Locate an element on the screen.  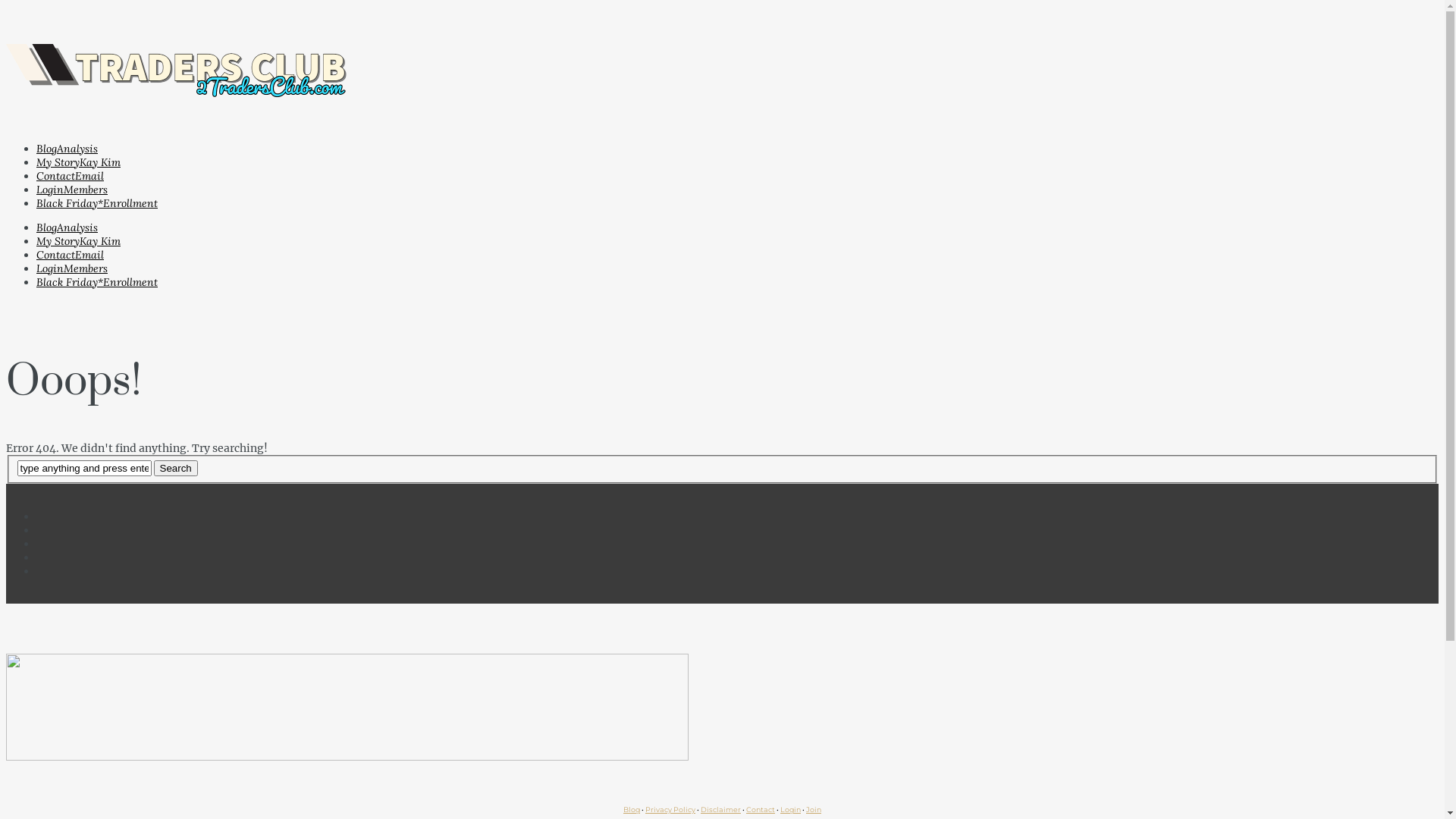
'Blog' is located at coordinates (632, 808).